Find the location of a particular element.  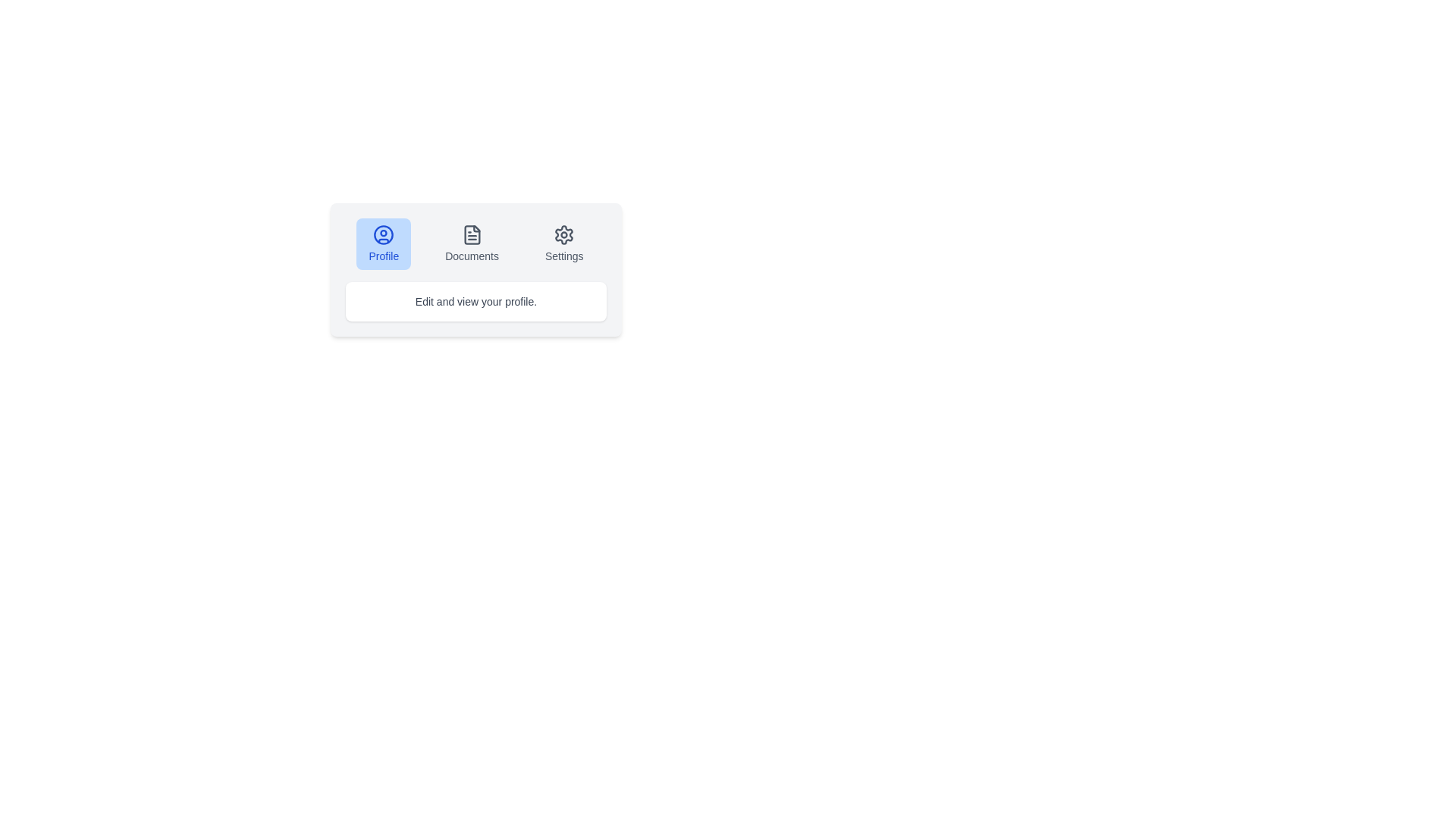

the 'Settings' button, which is a rectangular button with a cogwheel icon and the text 'Settings' below it, located in the bottom-right corner of the 'Settings' section is located at coordinates (563, 243).